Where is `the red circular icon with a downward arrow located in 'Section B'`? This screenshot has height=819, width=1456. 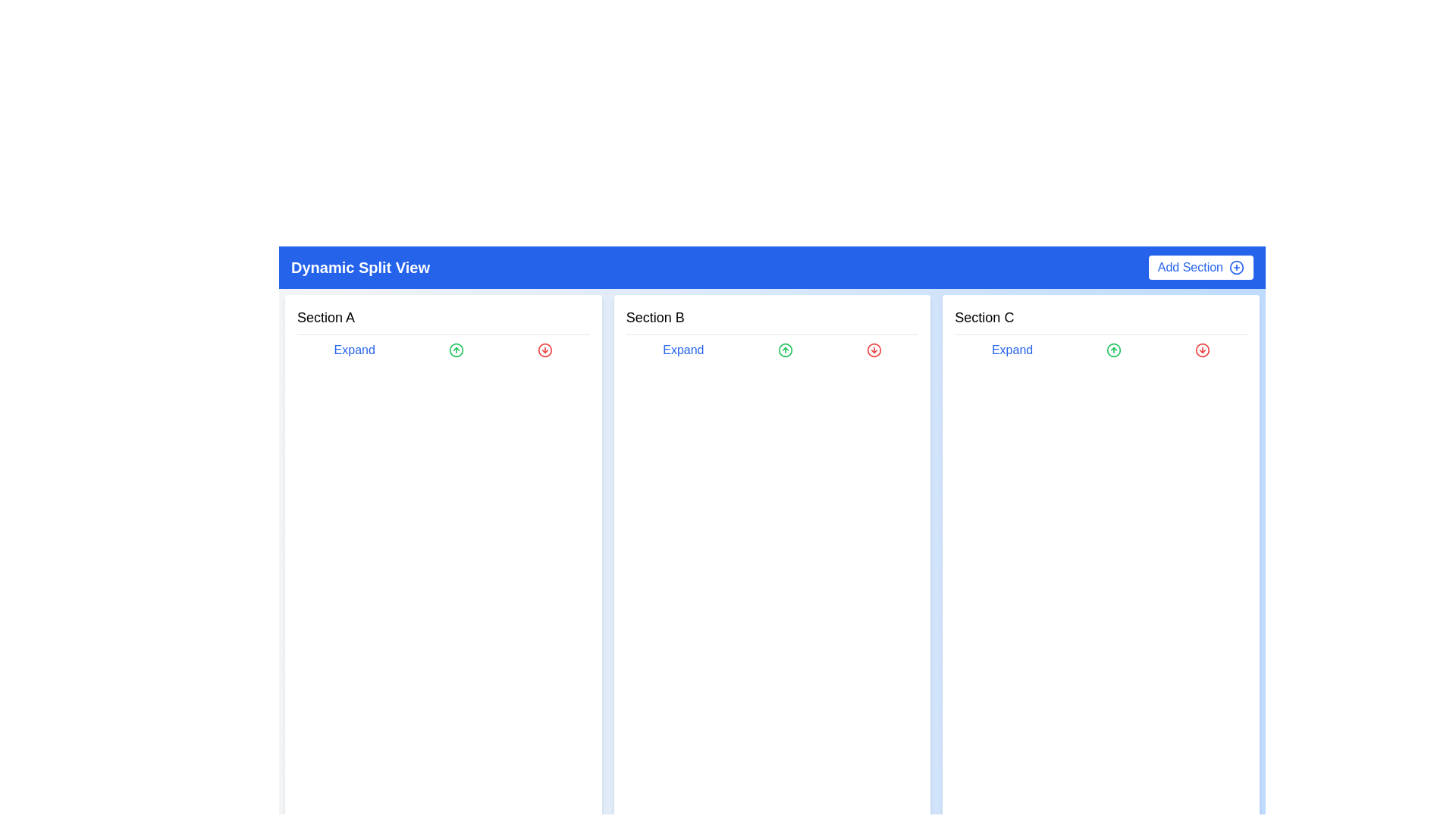 the red circular icon with a downward arrow located in 'Section B' is located at coordinates (874, 350).